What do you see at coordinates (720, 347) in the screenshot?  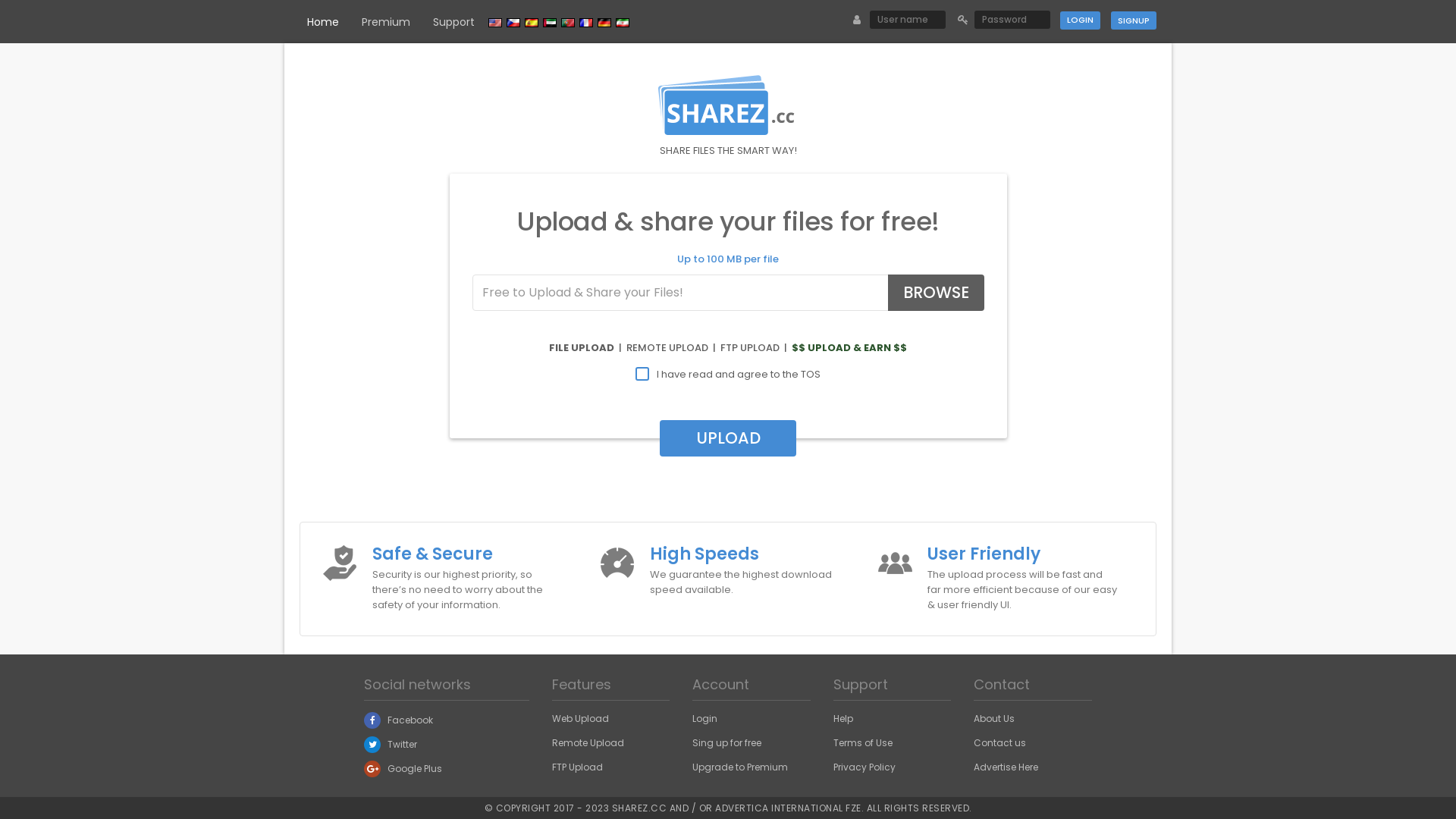 I see `'FTP UPLOAD'` at bounding box center [720, 347].